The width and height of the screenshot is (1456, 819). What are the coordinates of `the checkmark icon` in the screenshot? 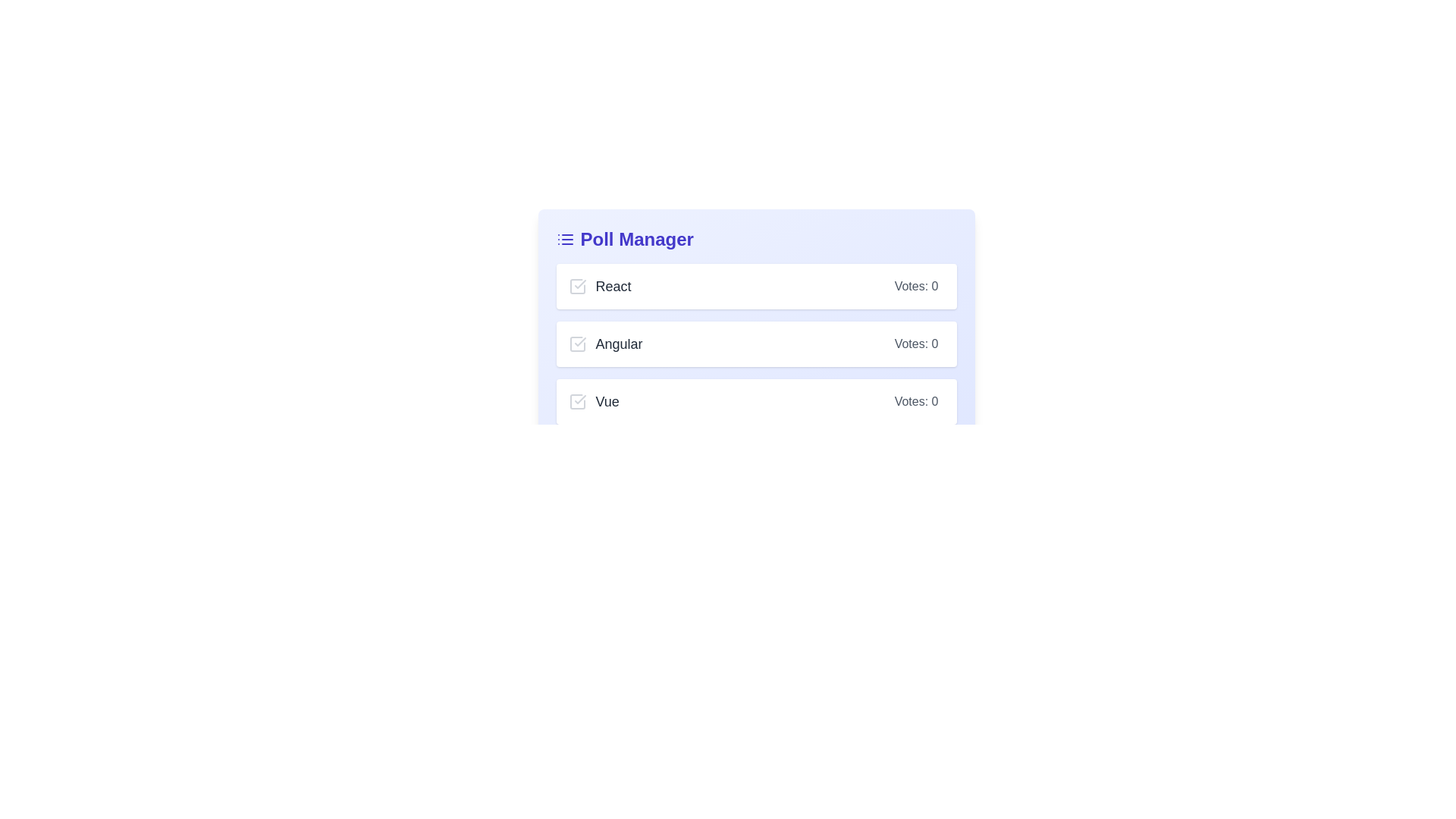 It's located at (579, 399).